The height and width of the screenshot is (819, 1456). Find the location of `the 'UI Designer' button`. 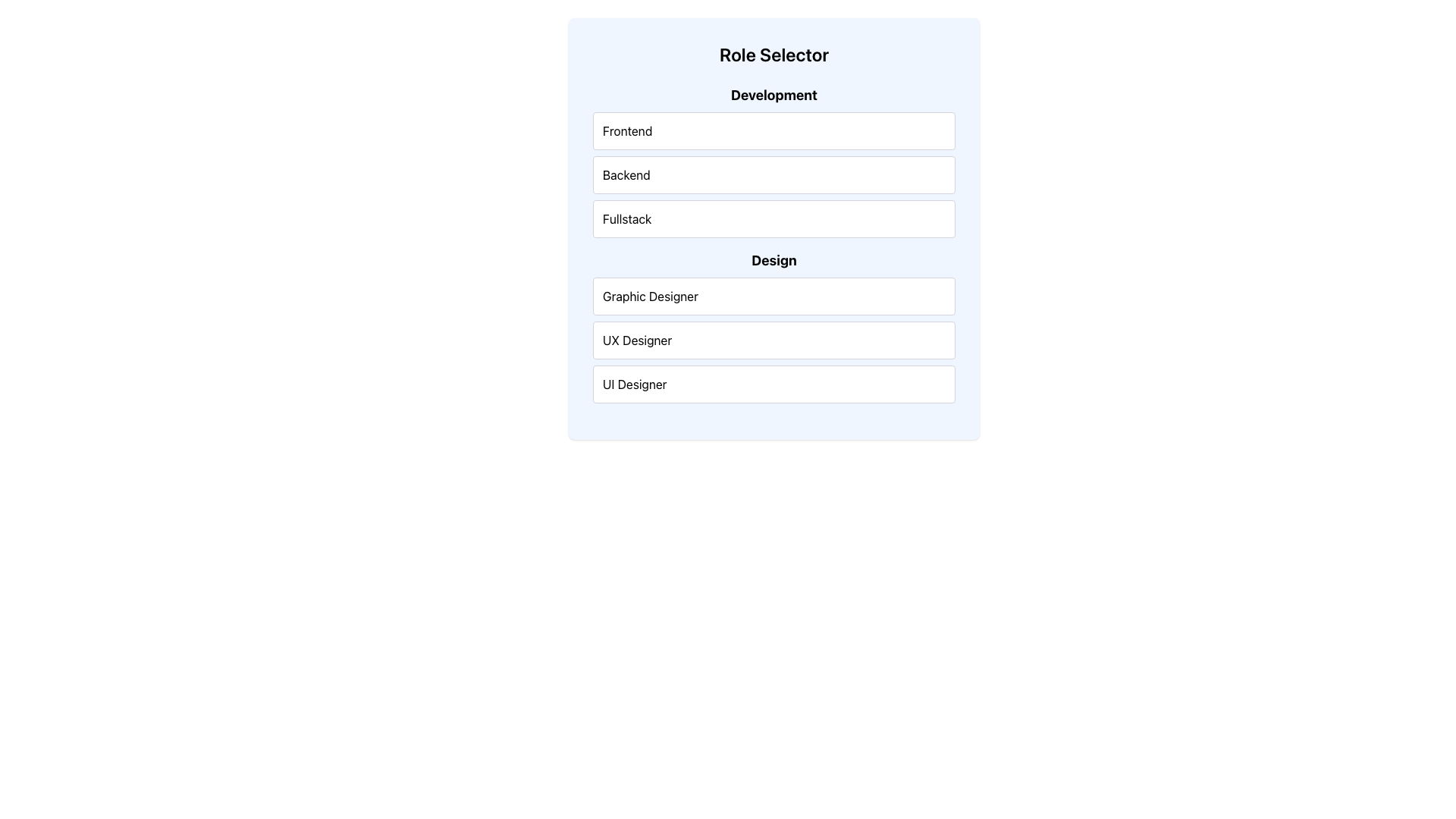

the 'UI Designer' button is located at coordinates (774, 383).